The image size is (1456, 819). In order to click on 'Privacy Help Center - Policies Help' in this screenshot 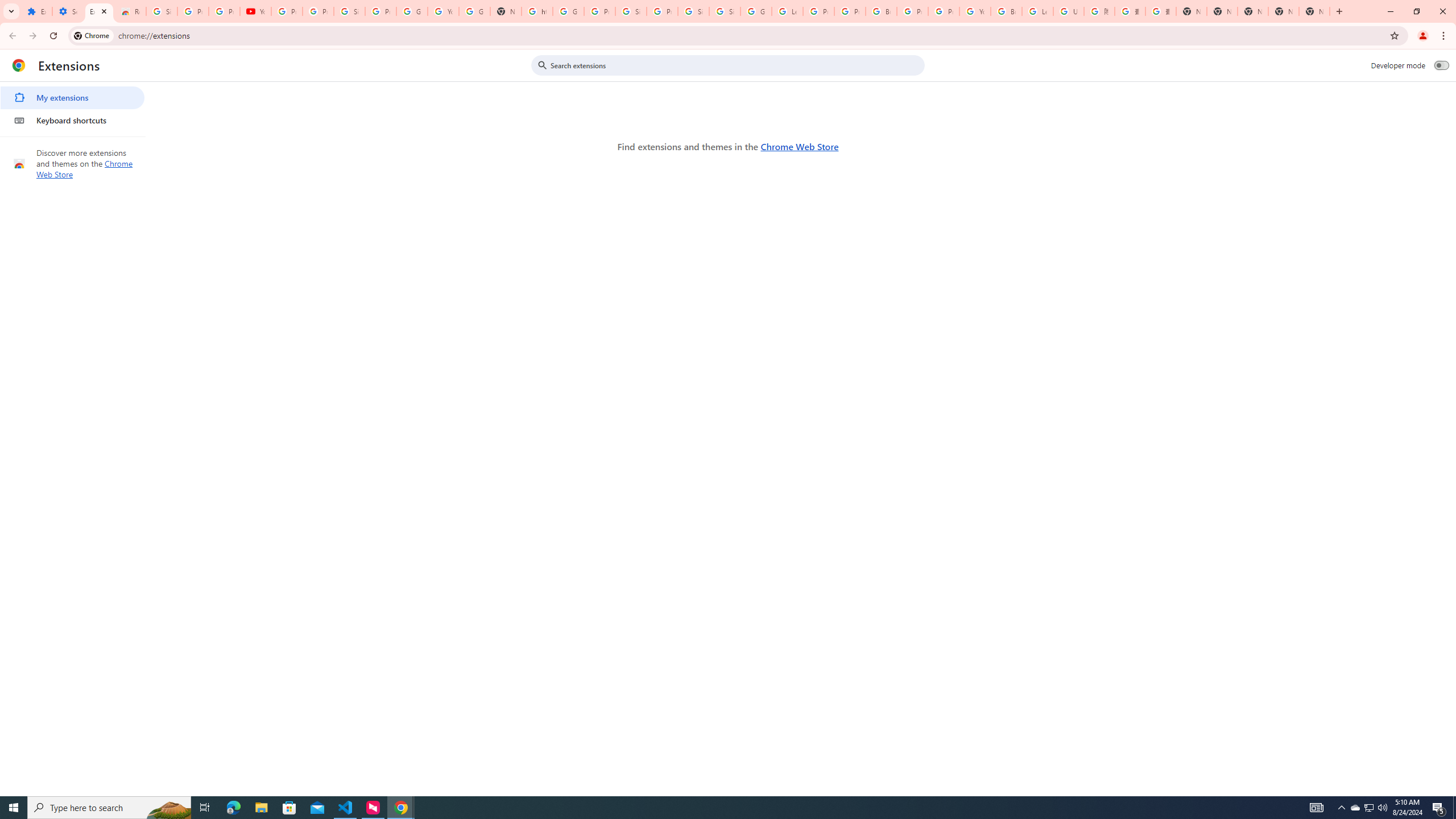, I will do `click(850, 11)`.